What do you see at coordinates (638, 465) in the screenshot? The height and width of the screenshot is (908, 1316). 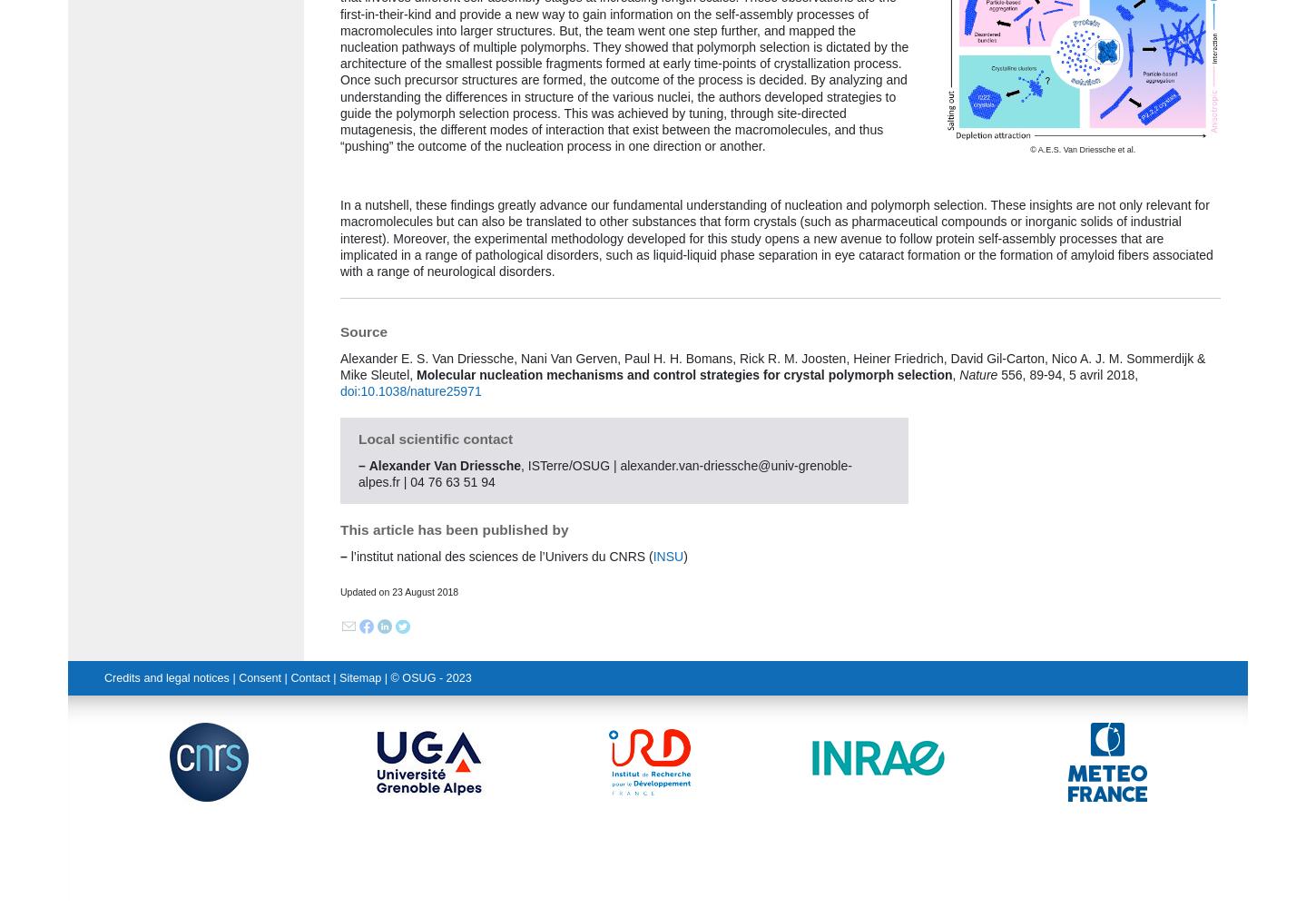 I see `', ISTerre/OSUG | alexander.van-driessche'` at bounding box center [638, 465].